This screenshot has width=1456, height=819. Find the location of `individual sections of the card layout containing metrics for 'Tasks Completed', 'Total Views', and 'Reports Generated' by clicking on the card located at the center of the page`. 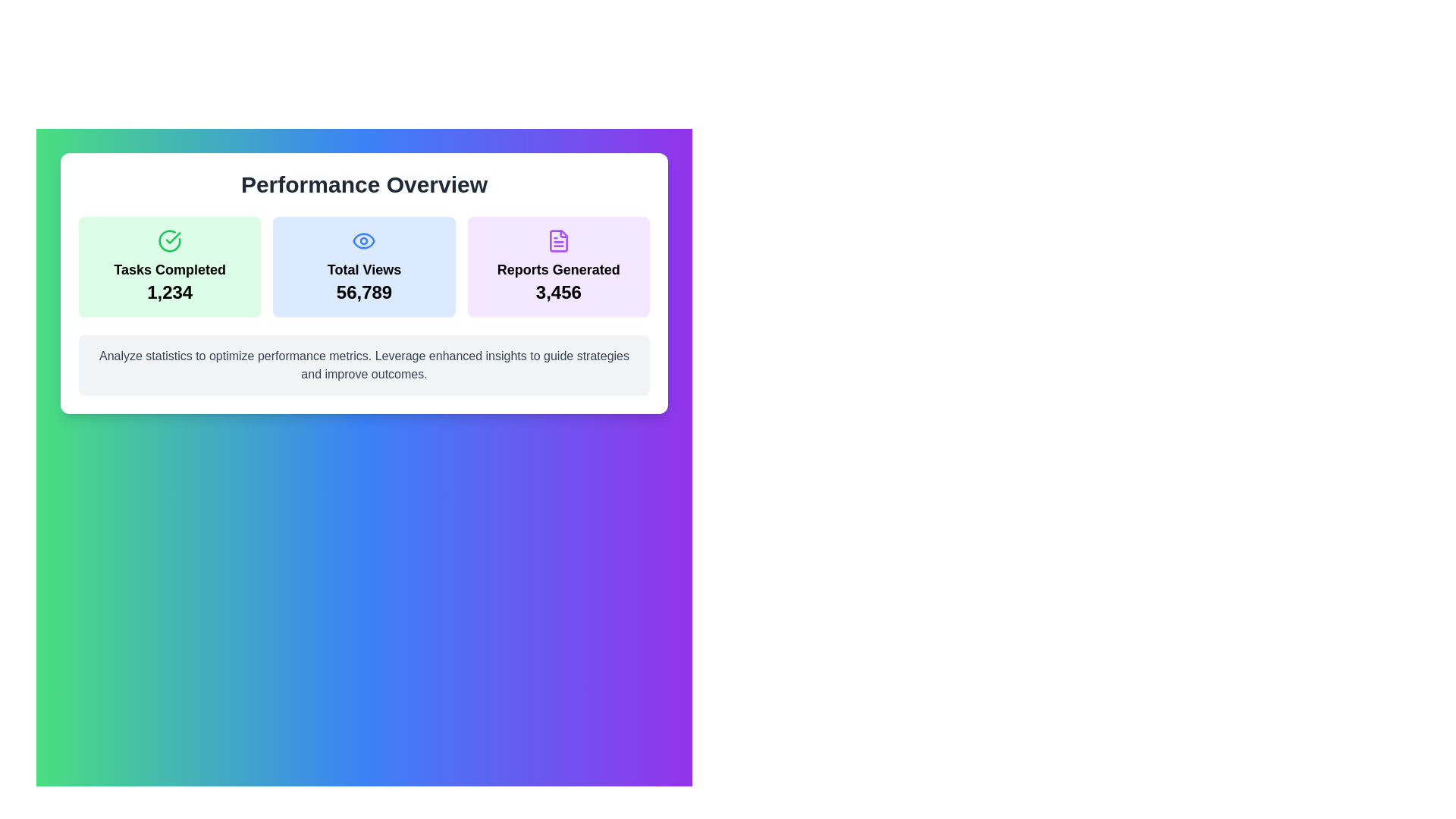

individual sections of the card layout containing metrics for 'Tasks Completed', 'Total Views', and 'Reports Generated' by clicking on the card located at the center of the page is located at coordinates (364, 284).